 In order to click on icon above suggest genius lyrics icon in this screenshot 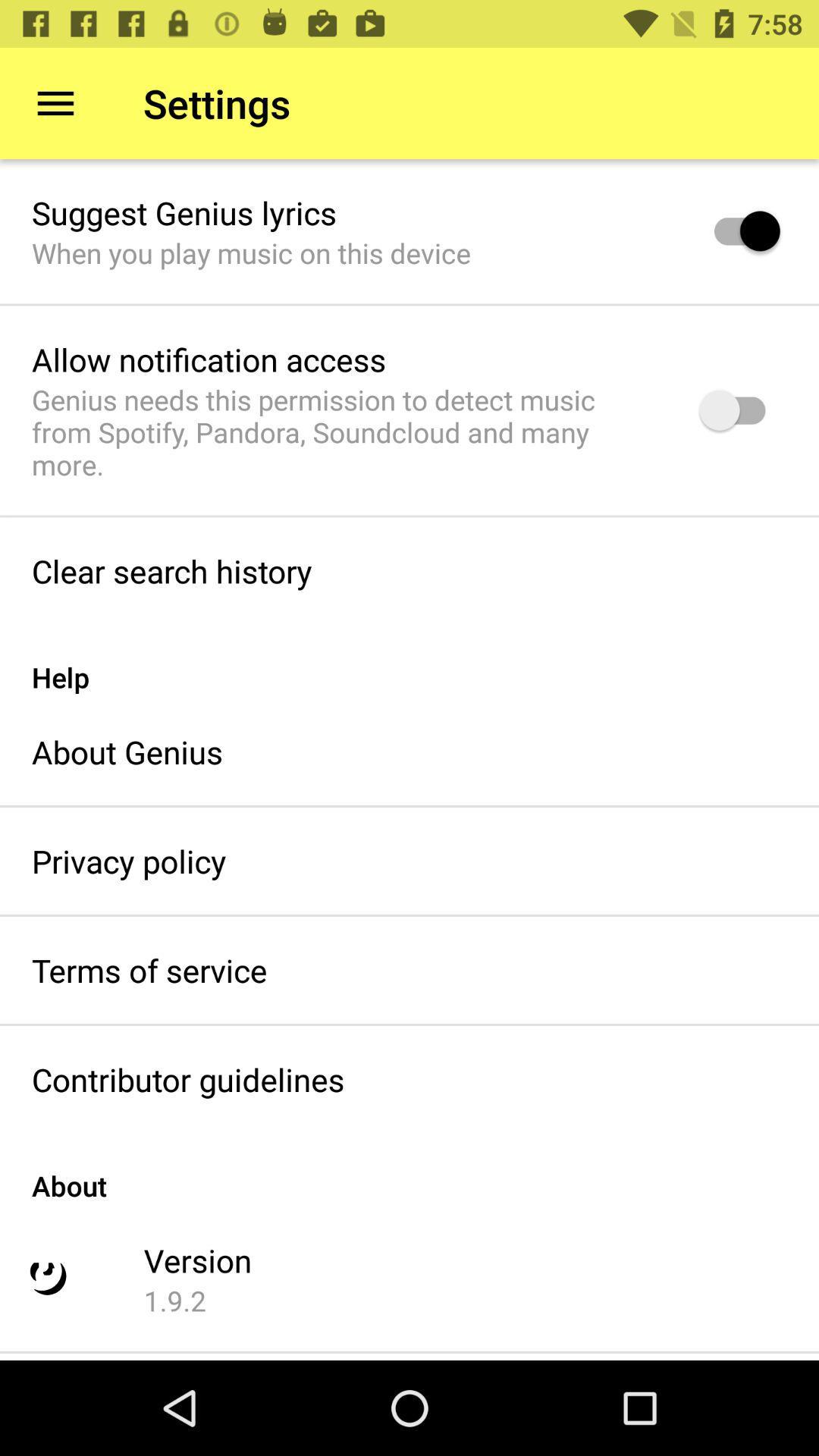, I will do `click(55, 102)`.